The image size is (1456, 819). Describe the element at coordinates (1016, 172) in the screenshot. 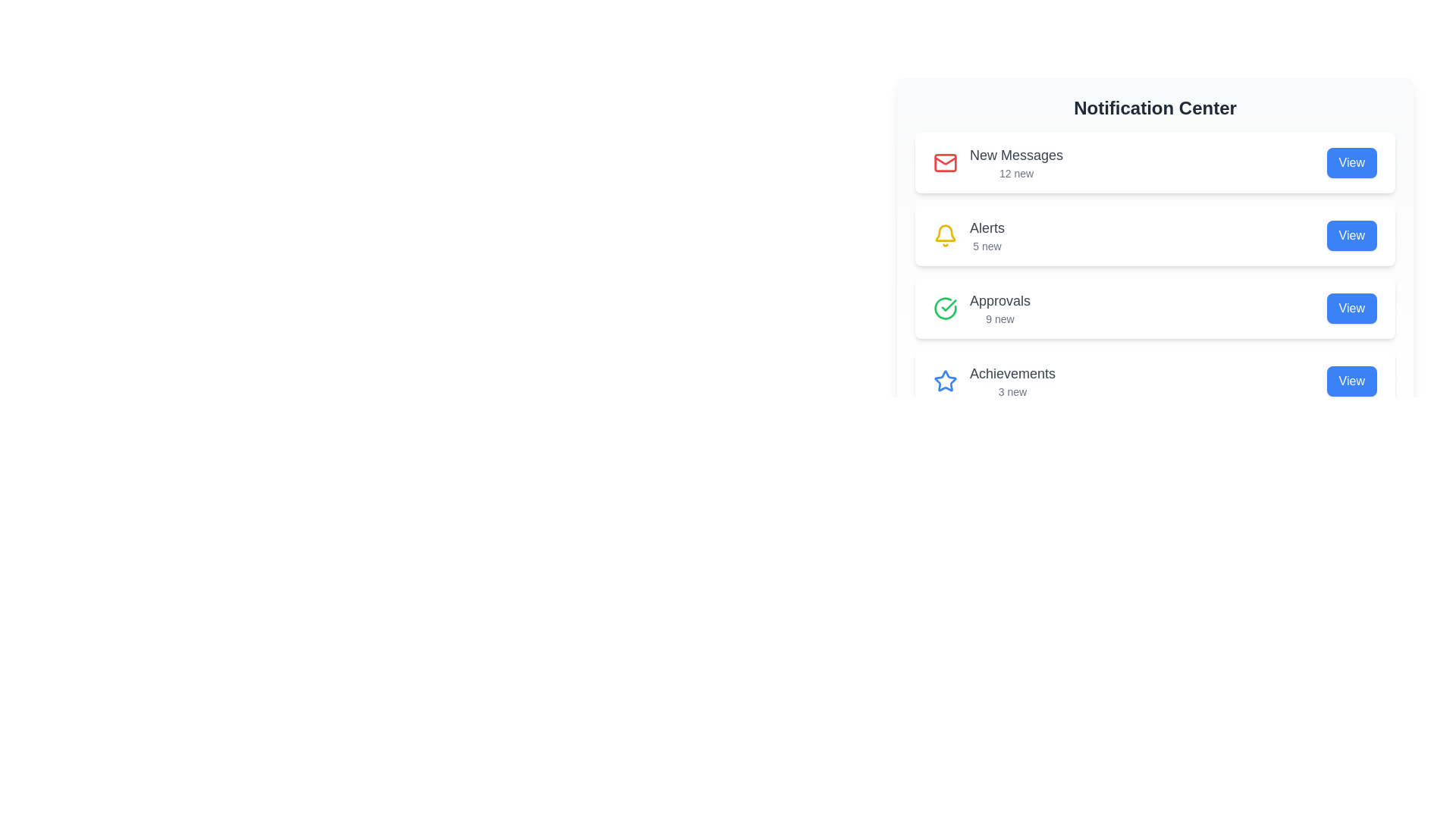

I see `the Text Label that shows the count of new notifications for 'New Messages', located below the text 'New Messages' in the notification section` at that location.